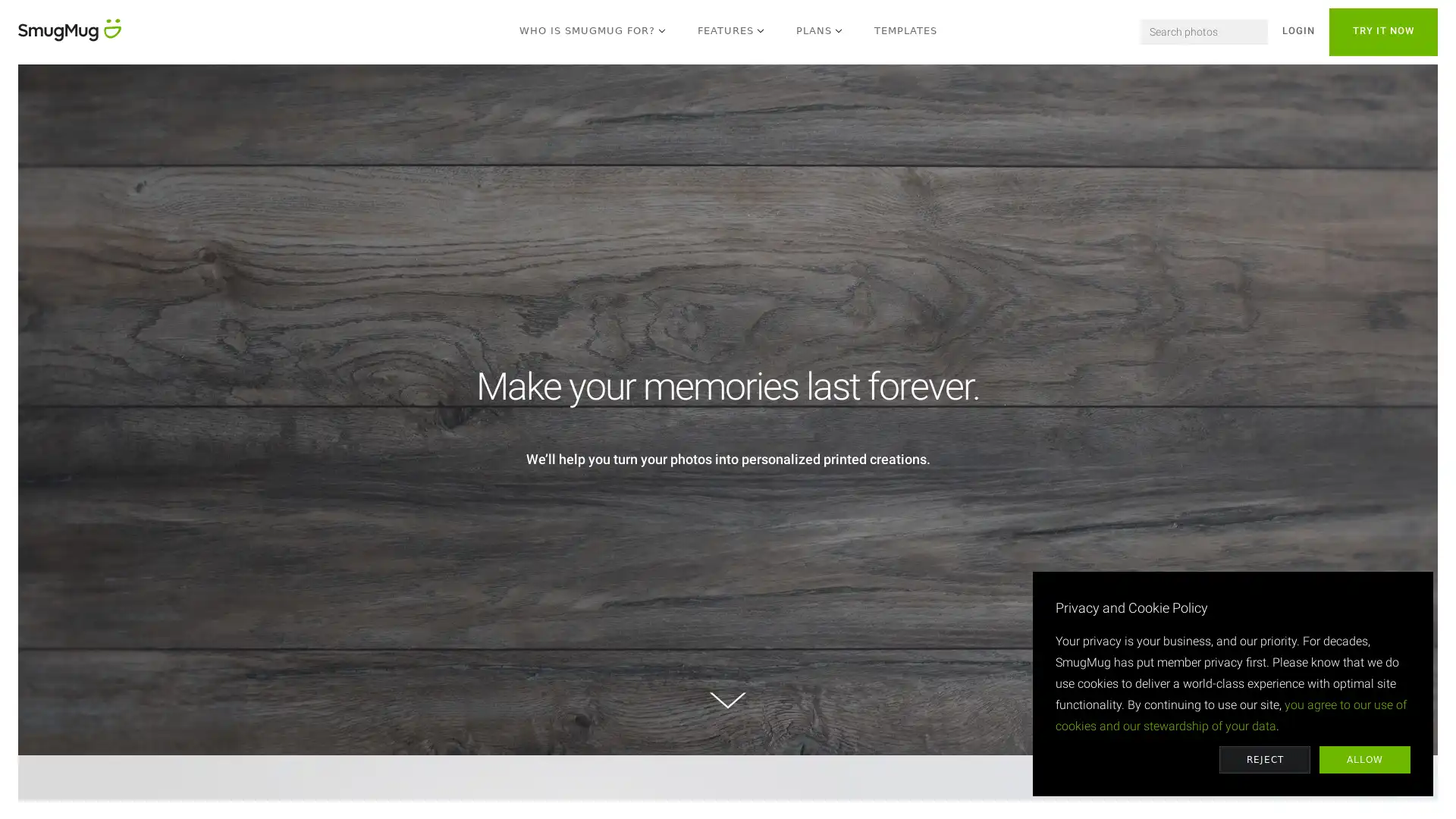 This screenshot has width=1456, height=819. I want to click on FEATURES, so click(731, 32).